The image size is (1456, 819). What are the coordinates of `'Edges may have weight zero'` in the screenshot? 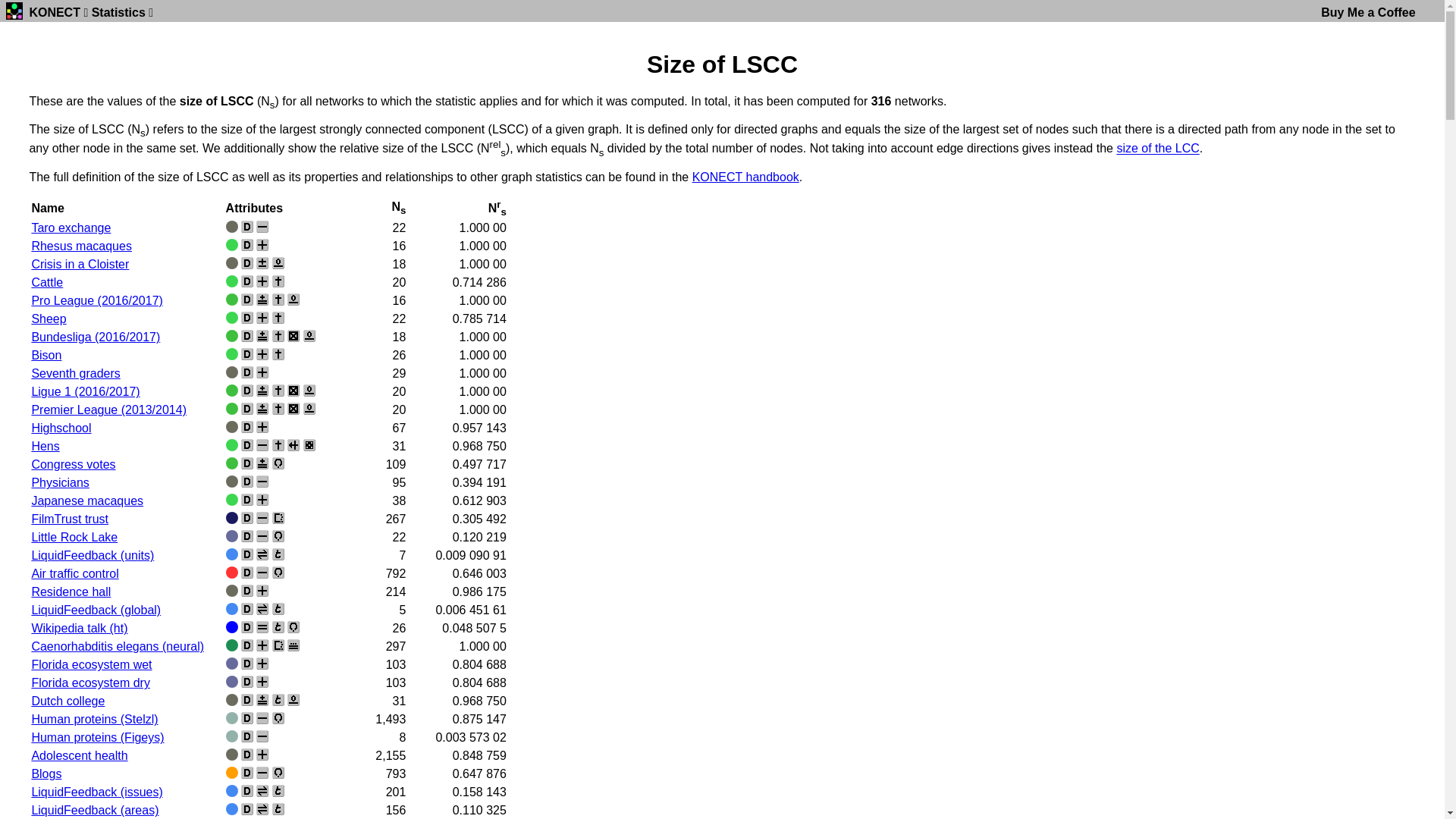 It's located at (293, 299).